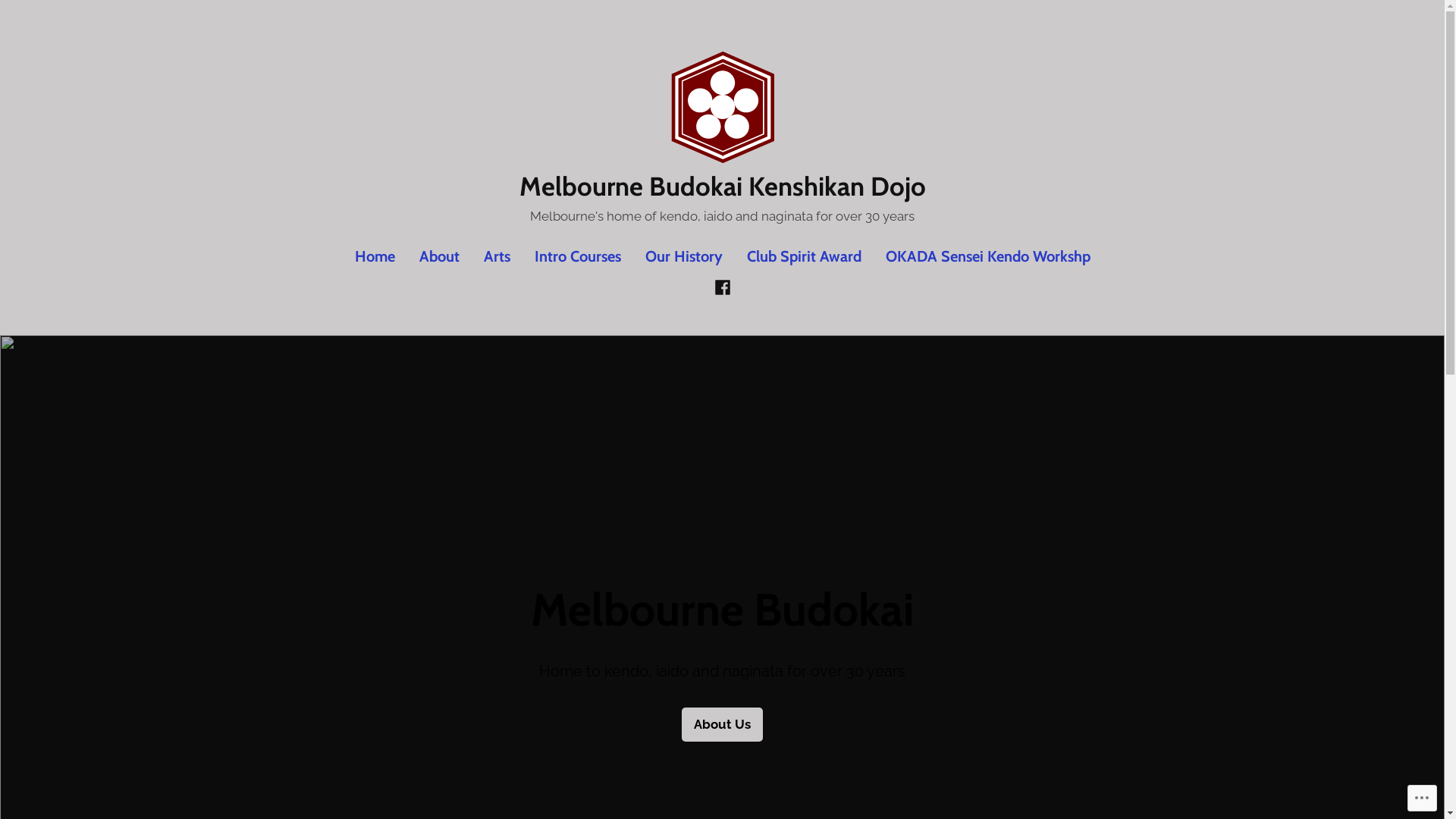  I want to click on 'Arts', so click(471, 255).